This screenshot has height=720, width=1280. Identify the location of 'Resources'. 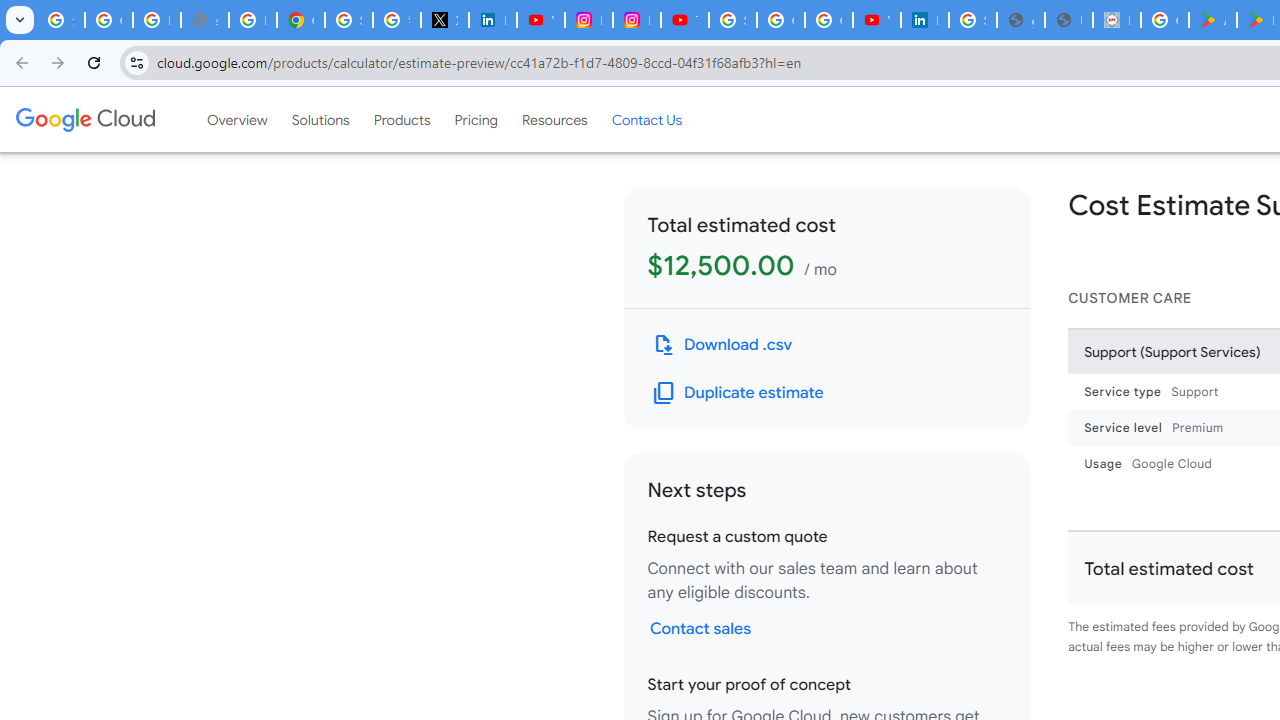
(554, 119).